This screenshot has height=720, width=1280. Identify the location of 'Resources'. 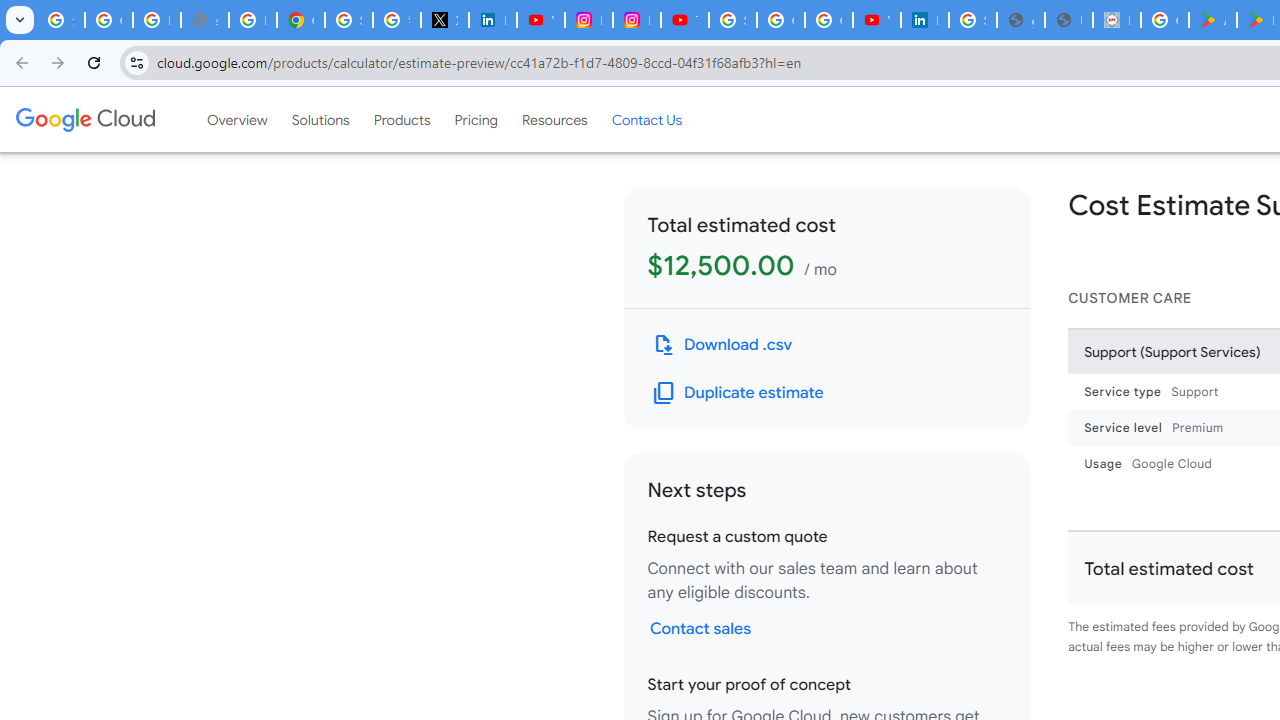
(554, 119).